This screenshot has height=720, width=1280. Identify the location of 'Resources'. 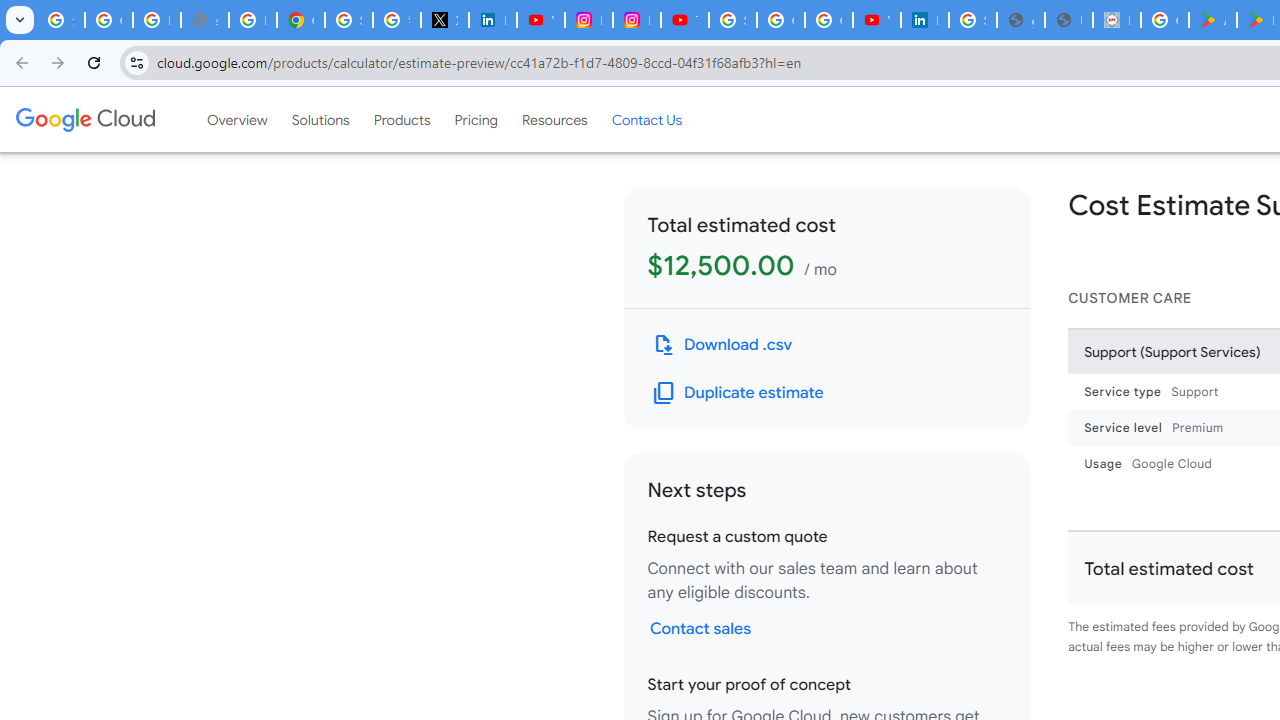
(554, 119).